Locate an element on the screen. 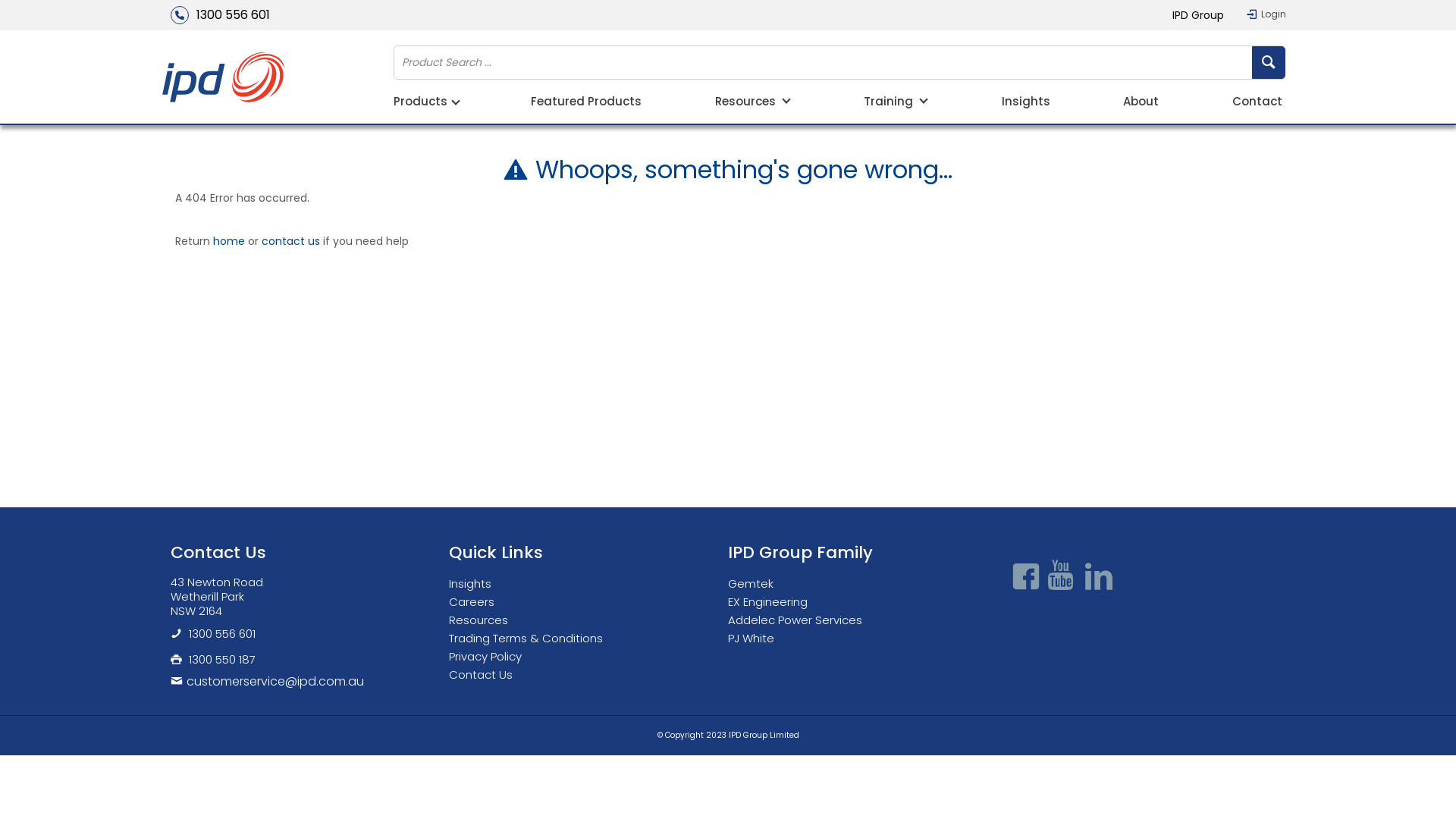 This screenshot has height=819, width=1456. 'Contact Us' is located at coordinates (483, 673).